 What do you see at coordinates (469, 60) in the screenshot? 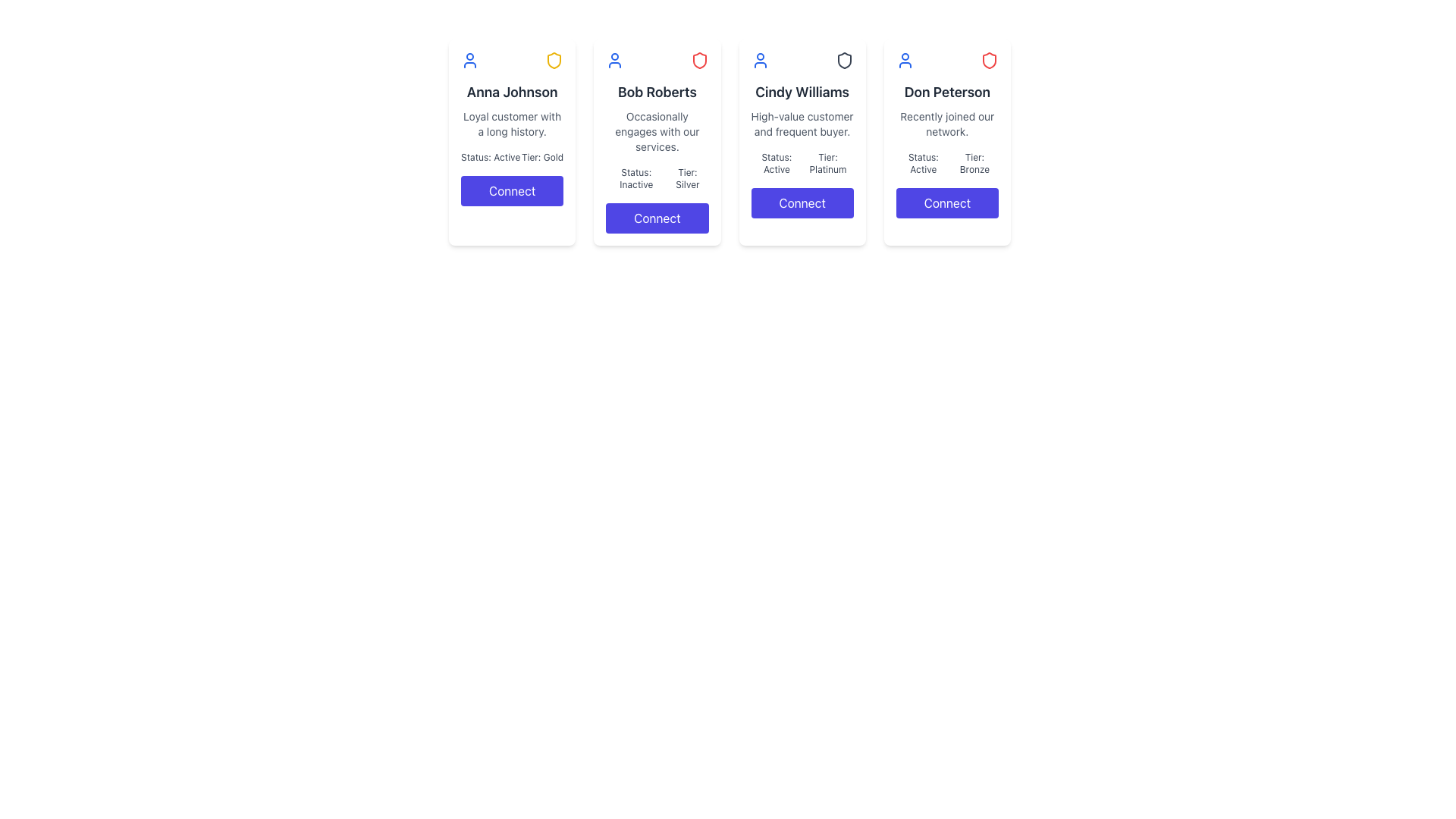
I see `the small blue outline user profile icon located at the top-left region of the card for 'Anna Johnson'` at bounding box center [469, 60].